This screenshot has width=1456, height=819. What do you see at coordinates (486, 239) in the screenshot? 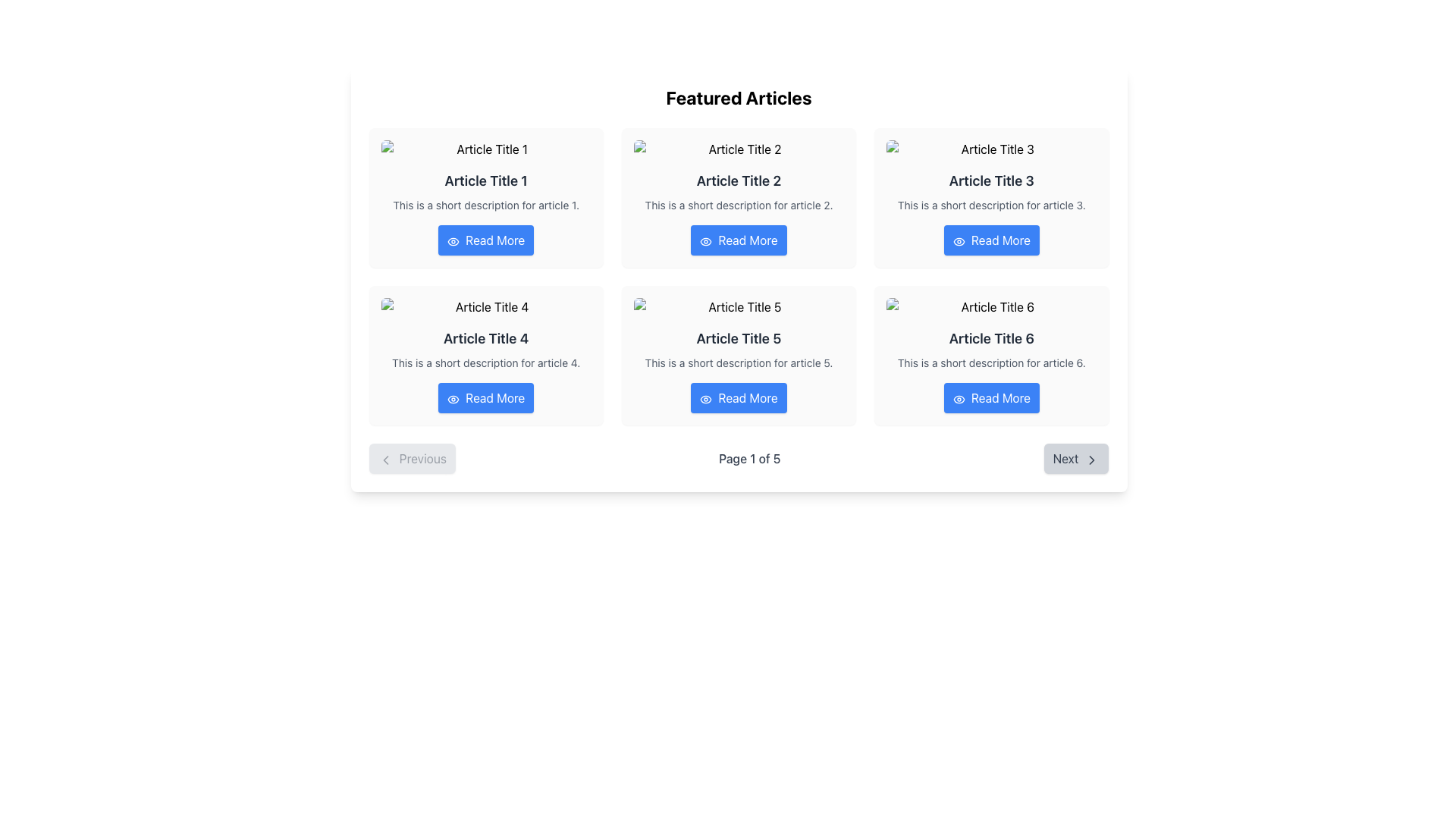
I see `the button located in the top-left corner of the first article card` at bounding box center [486, 239].